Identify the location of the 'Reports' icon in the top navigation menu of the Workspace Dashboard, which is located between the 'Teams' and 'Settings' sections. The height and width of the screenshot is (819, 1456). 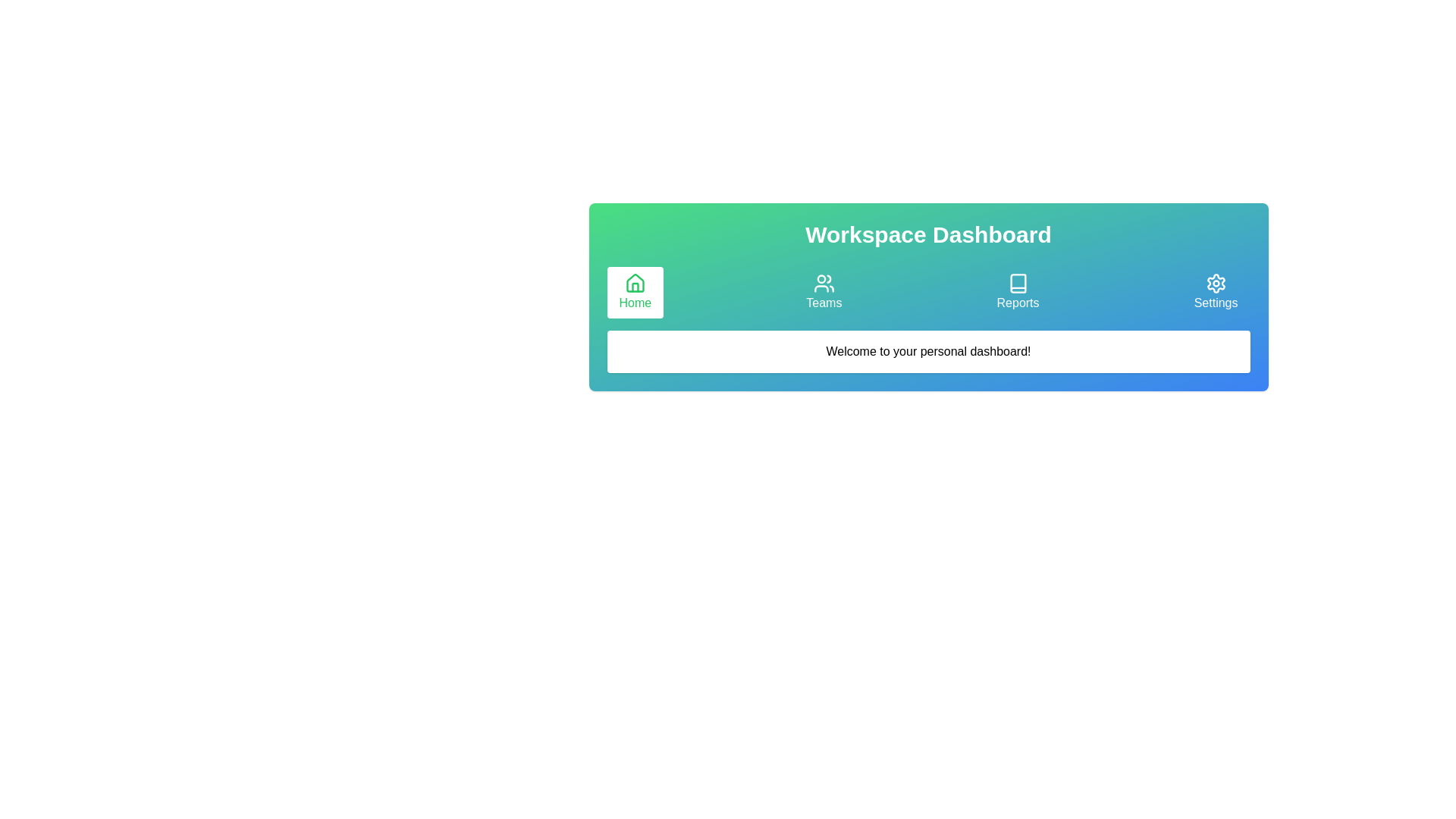
(1018, 284).